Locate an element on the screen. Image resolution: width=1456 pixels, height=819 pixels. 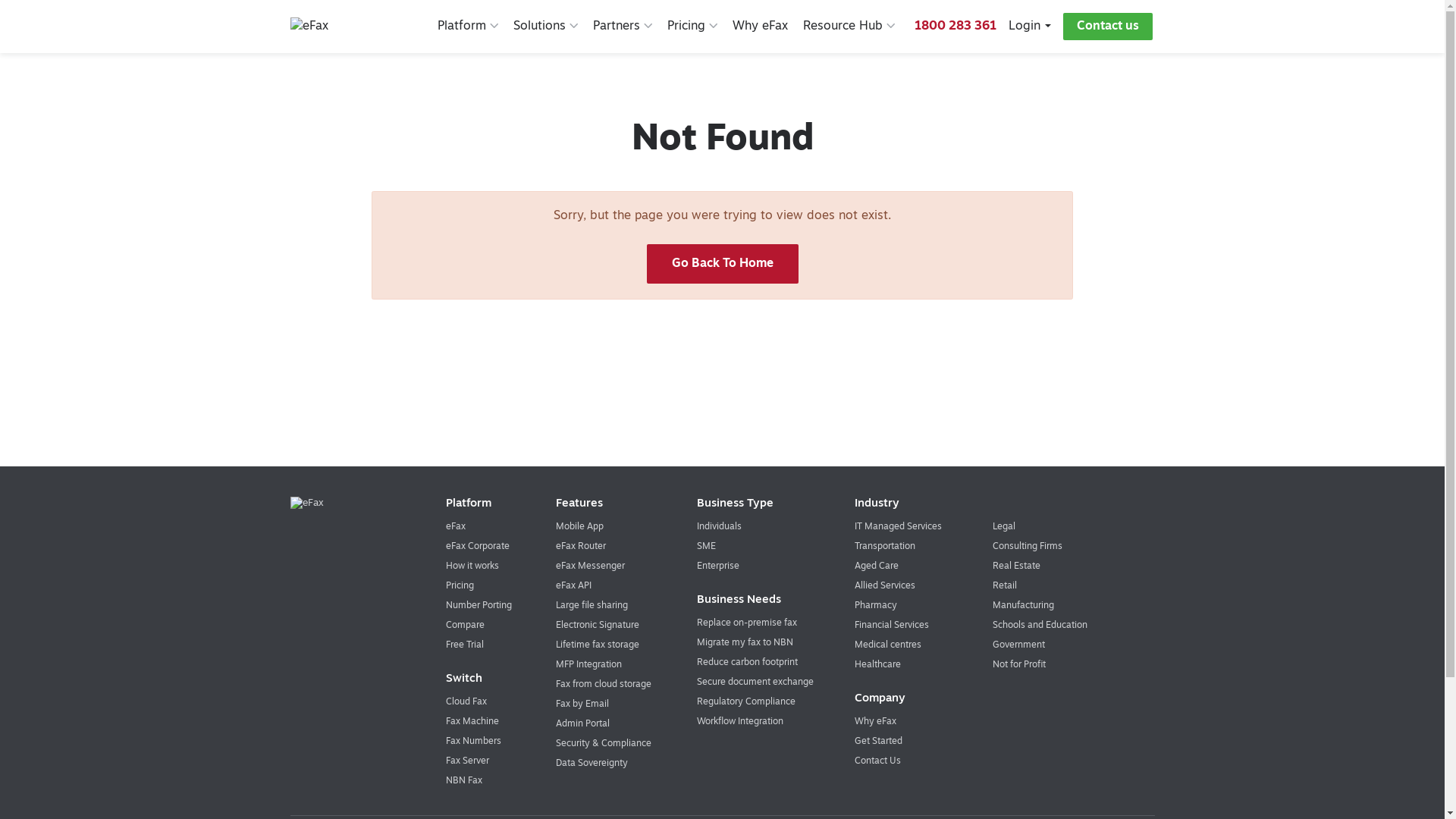
'Medical centres' is located at coordinates (855, 645).